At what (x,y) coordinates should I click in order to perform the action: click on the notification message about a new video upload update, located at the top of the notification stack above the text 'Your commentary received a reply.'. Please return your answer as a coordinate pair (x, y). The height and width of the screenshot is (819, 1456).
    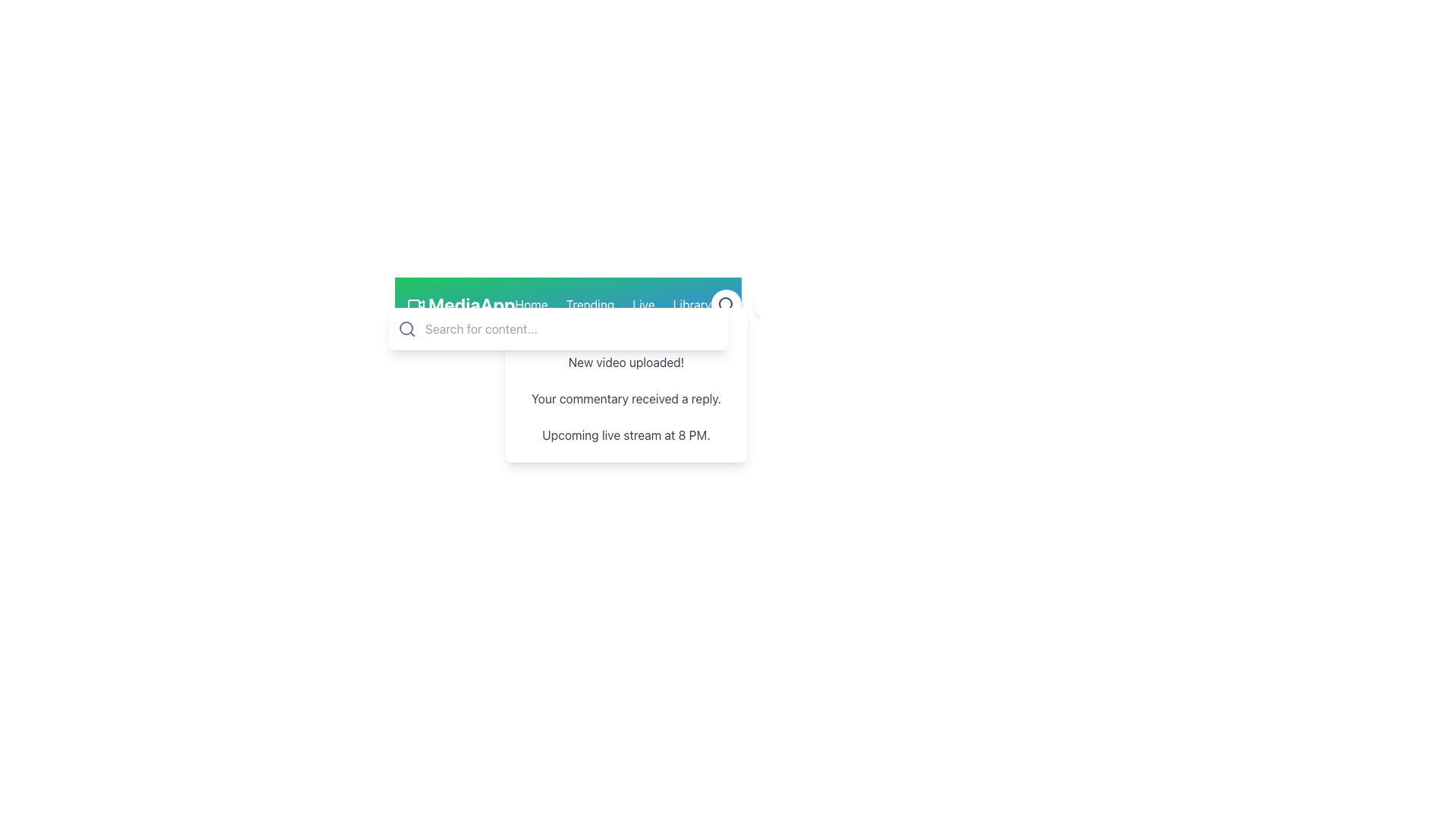
    Looking at the image, I should click on (626, 362).